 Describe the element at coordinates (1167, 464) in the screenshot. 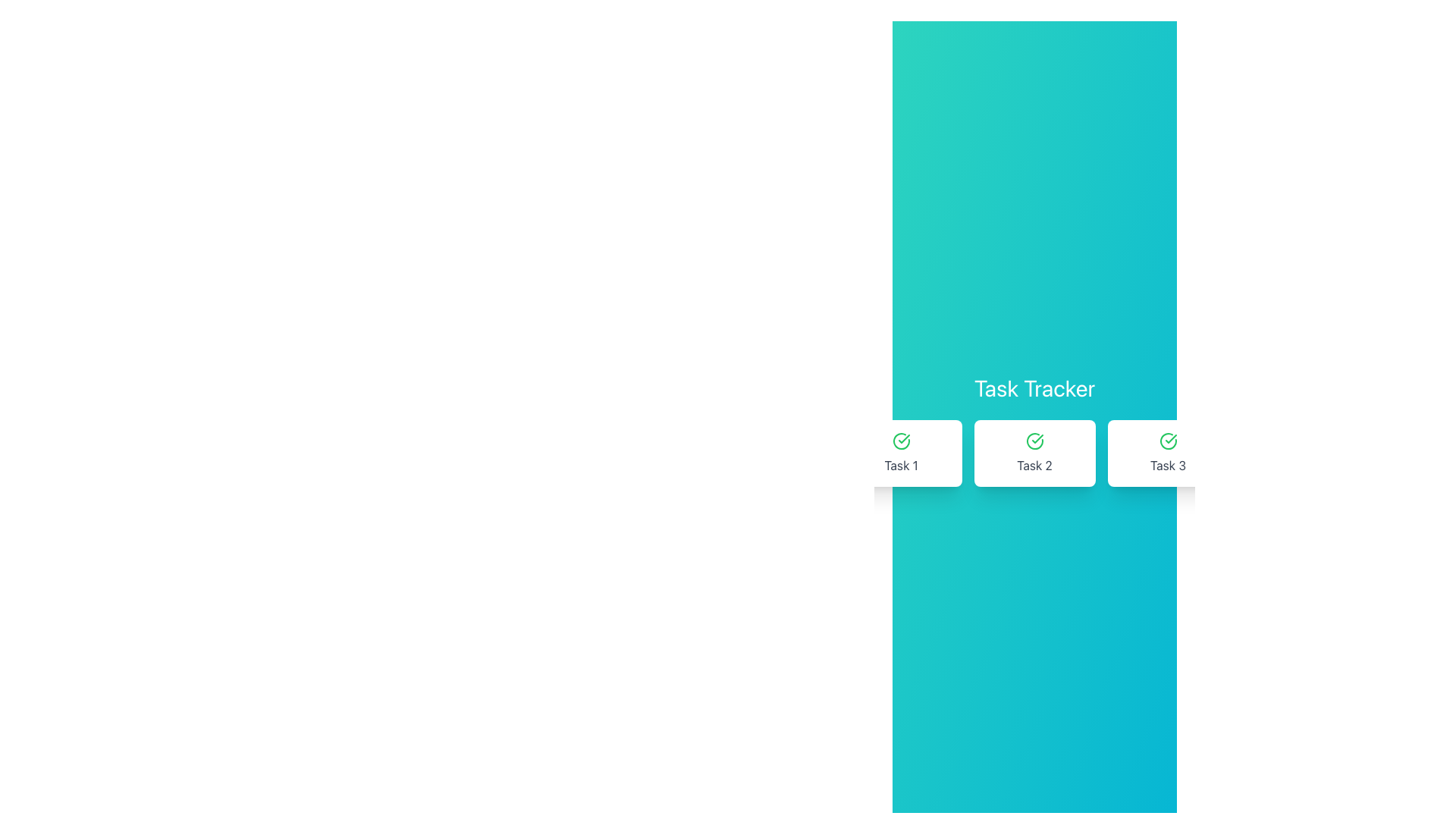

I see `the 'Task 3' text label, which is styled in dark gray and located under a green checkmark icon within the third card of the 'Task Tracker' section` at that location.